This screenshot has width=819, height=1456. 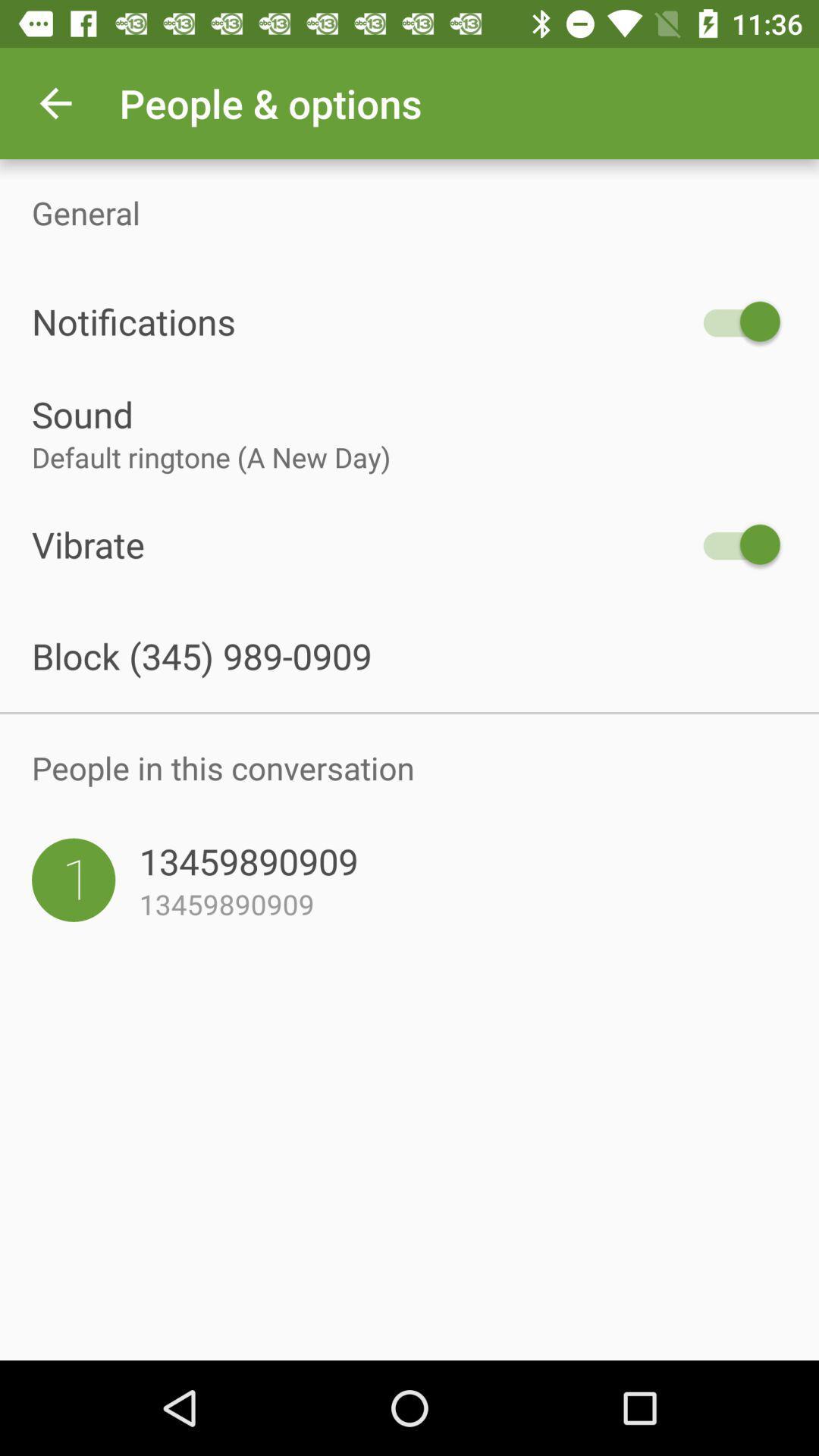 I want to click on icon below block 345 989 icon, so click(x=409, y=712).